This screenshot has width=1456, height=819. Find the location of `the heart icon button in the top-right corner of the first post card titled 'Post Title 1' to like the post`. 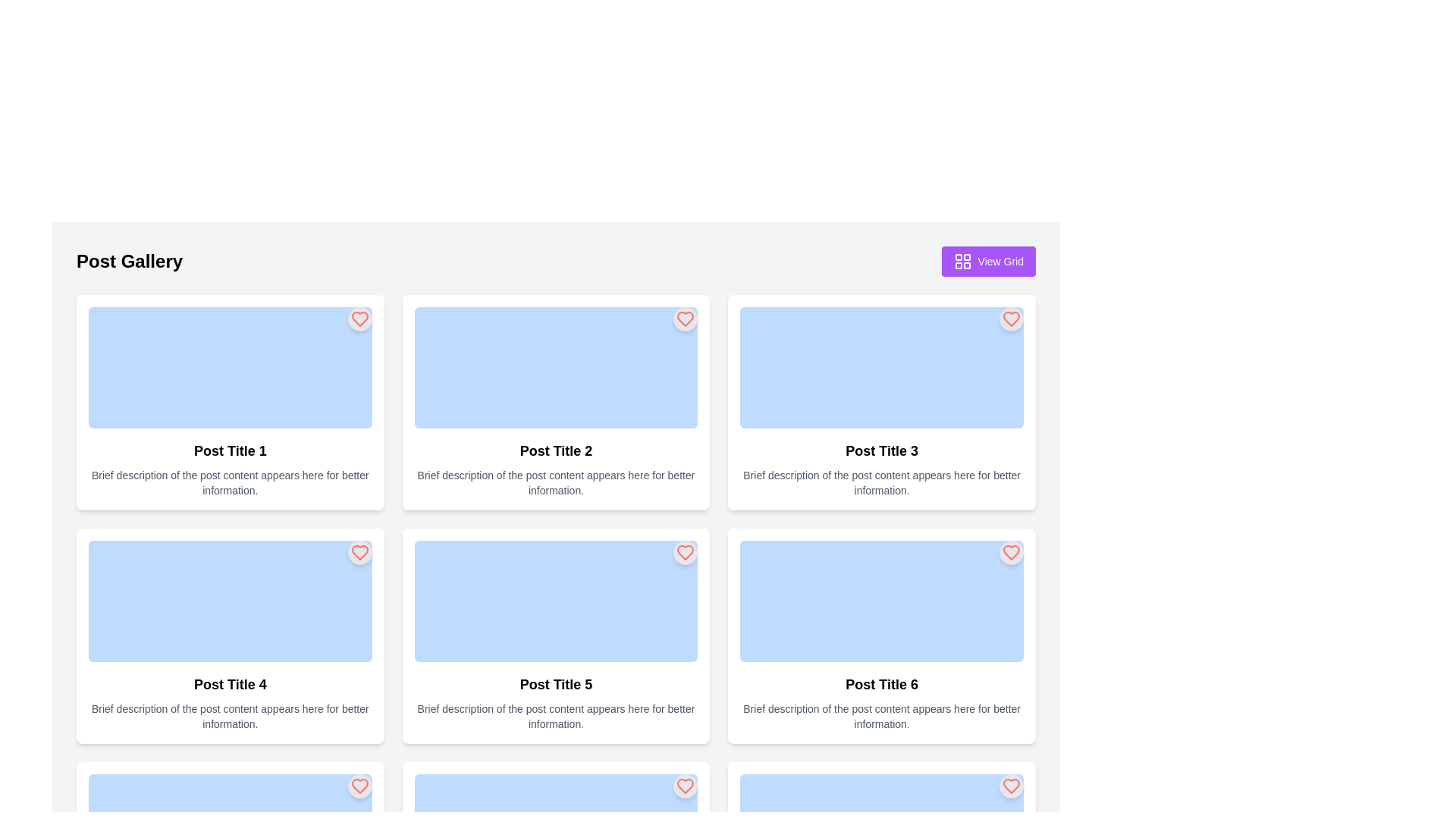

the heart icon button in the top-right corner of the first post card titled 'Post Title 1' to like the post is located at coordinates (359, 318).